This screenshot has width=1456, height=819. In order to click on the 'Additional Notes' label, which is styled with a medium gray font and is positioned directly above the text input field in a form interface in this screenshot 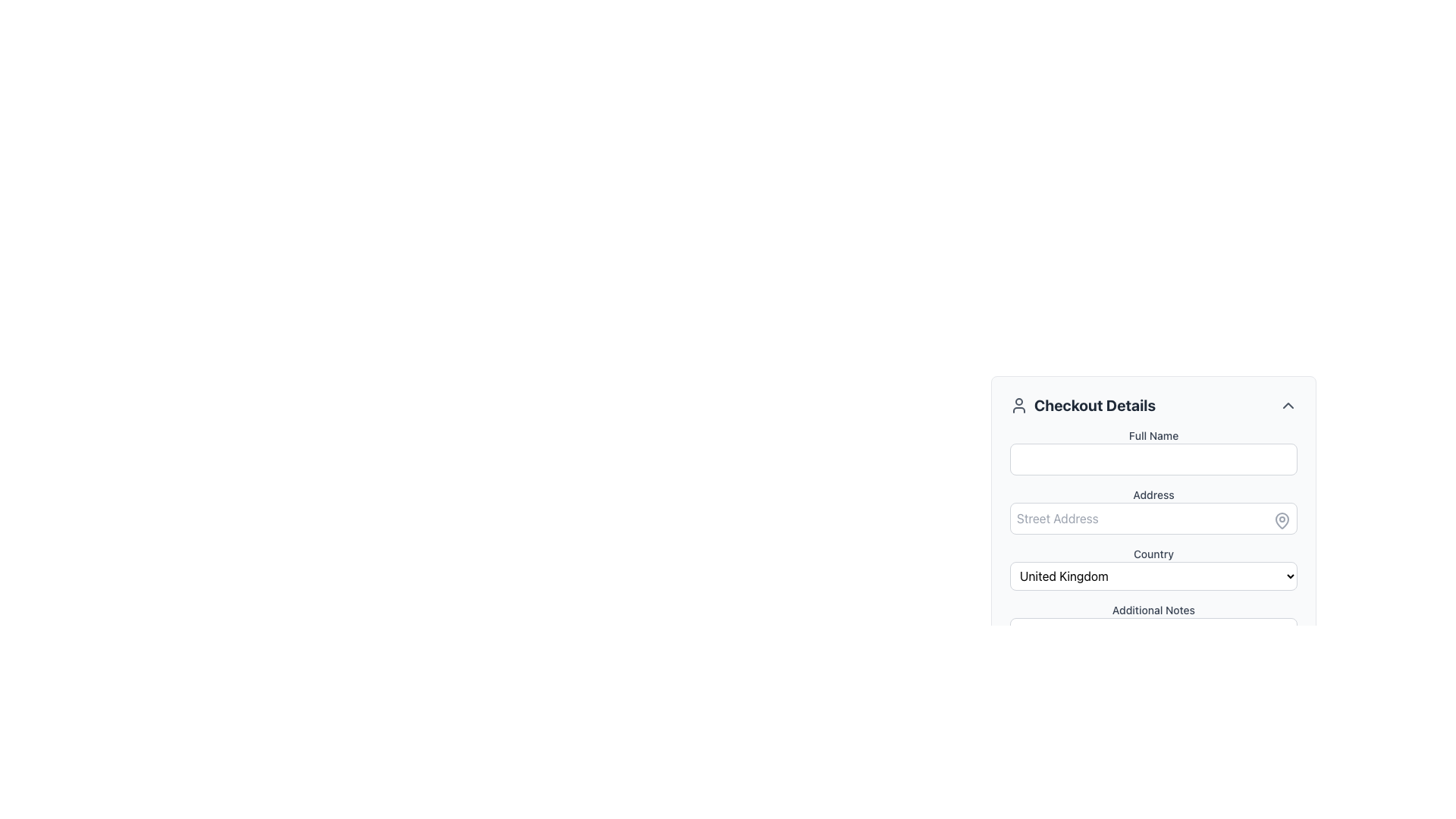, I will do `click(1153, 610)`.